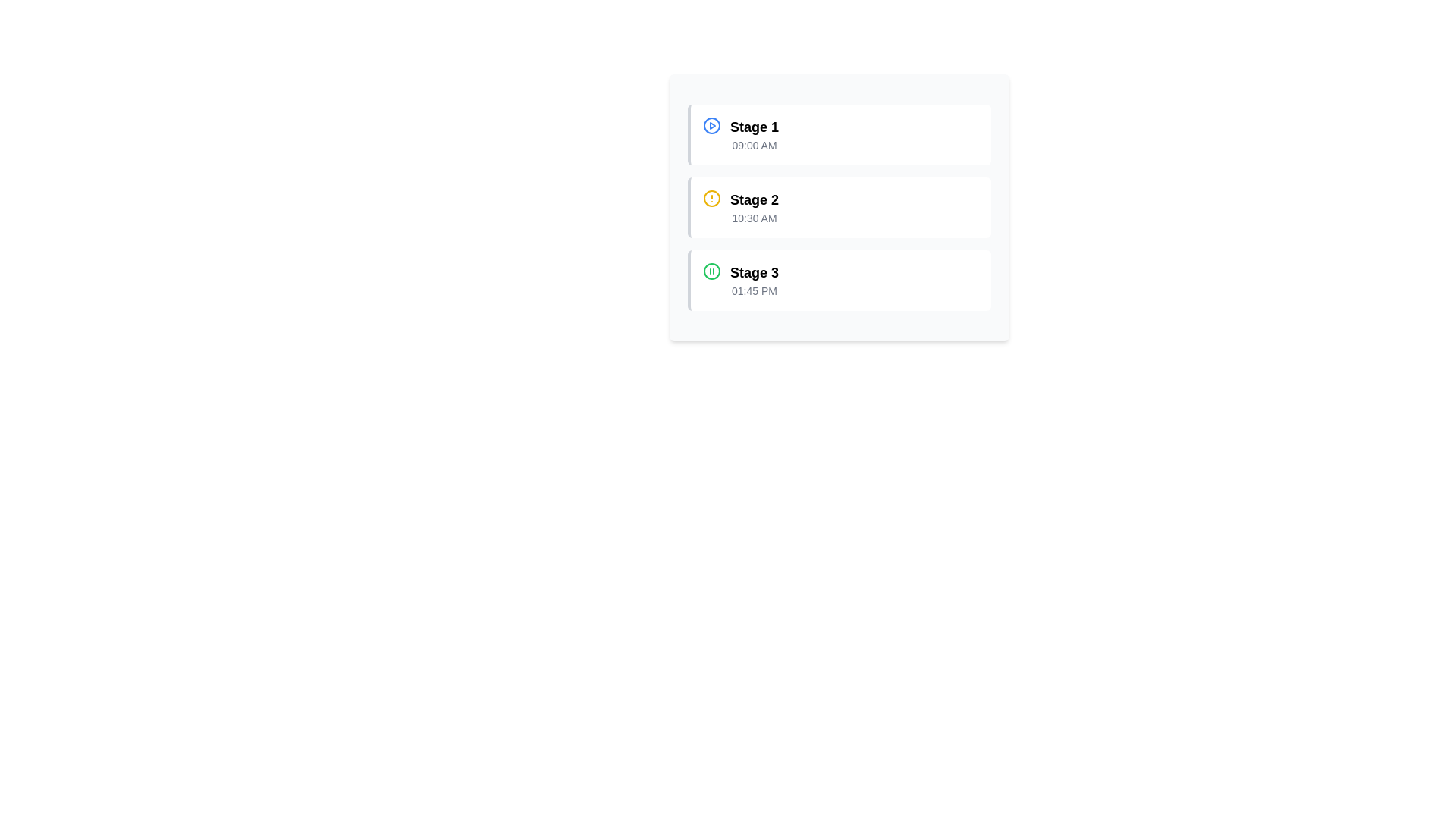 Image resolution: width=1456 pixels, height=819 pixels. I want to click on the 'Stage 2' label located within the second item of a vertically stacked list, positioned centrally above the text '10:30 AM', so click(754, 199).